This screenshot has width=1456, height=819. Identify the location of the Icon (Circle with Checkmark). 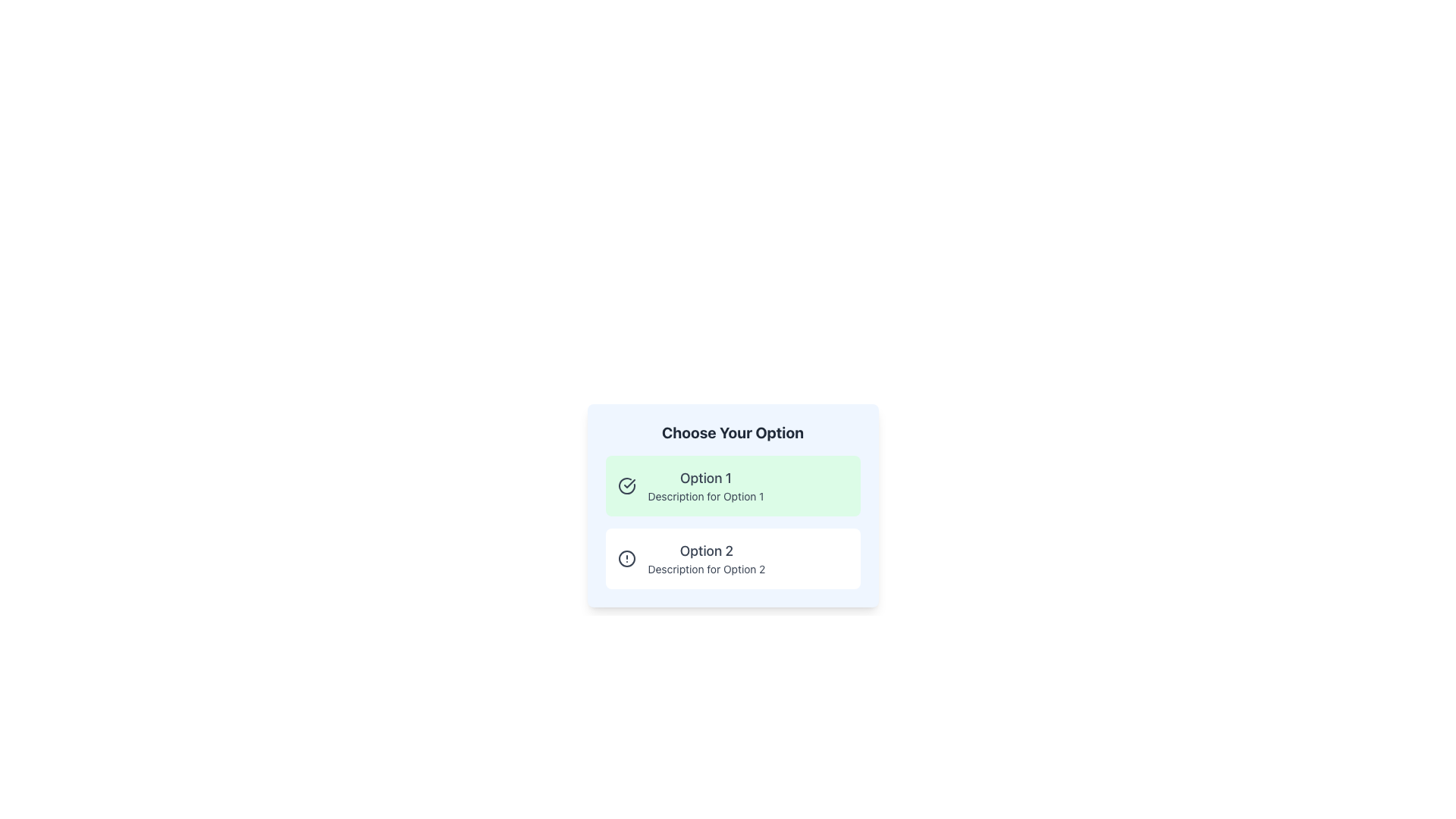
(626, 485).